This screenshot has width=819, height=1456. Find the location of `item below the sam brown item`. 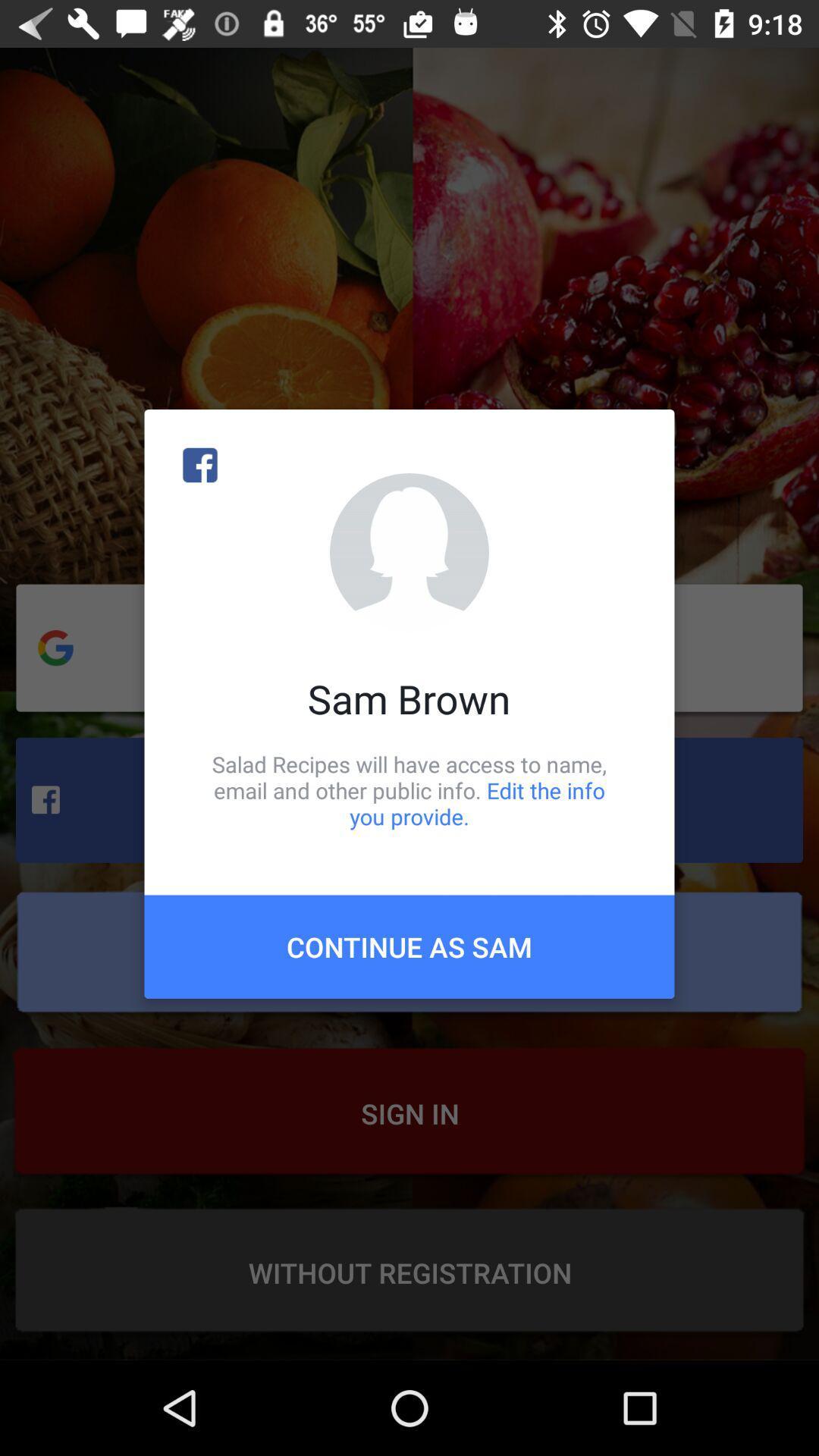

item below the sam brown item is located at coordinates (409, 789).